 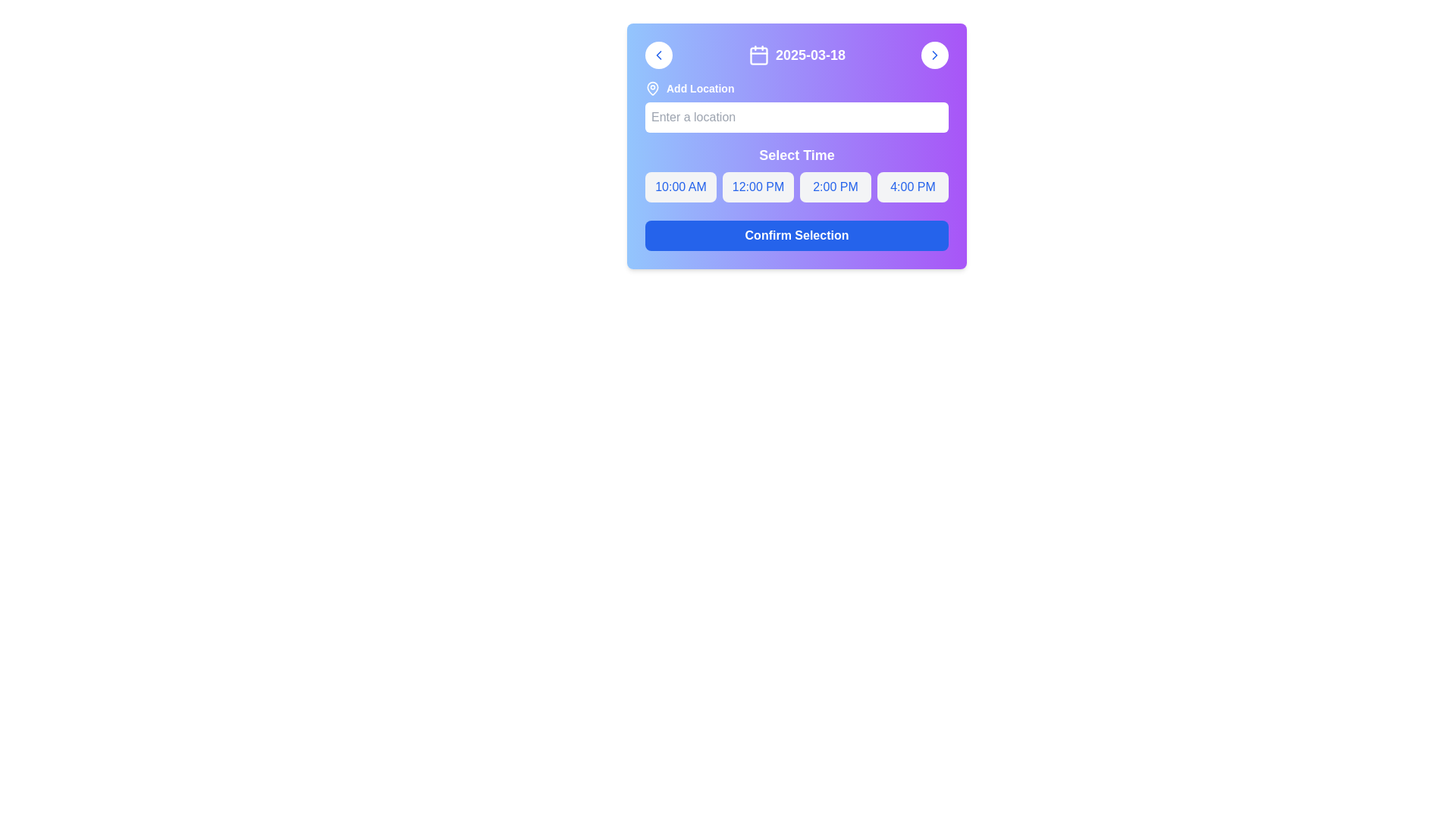 I want to click on the decorative calendar icon located to the left of the text '2025-03-18' at the top section of the interface, so click(x=758, y=55).